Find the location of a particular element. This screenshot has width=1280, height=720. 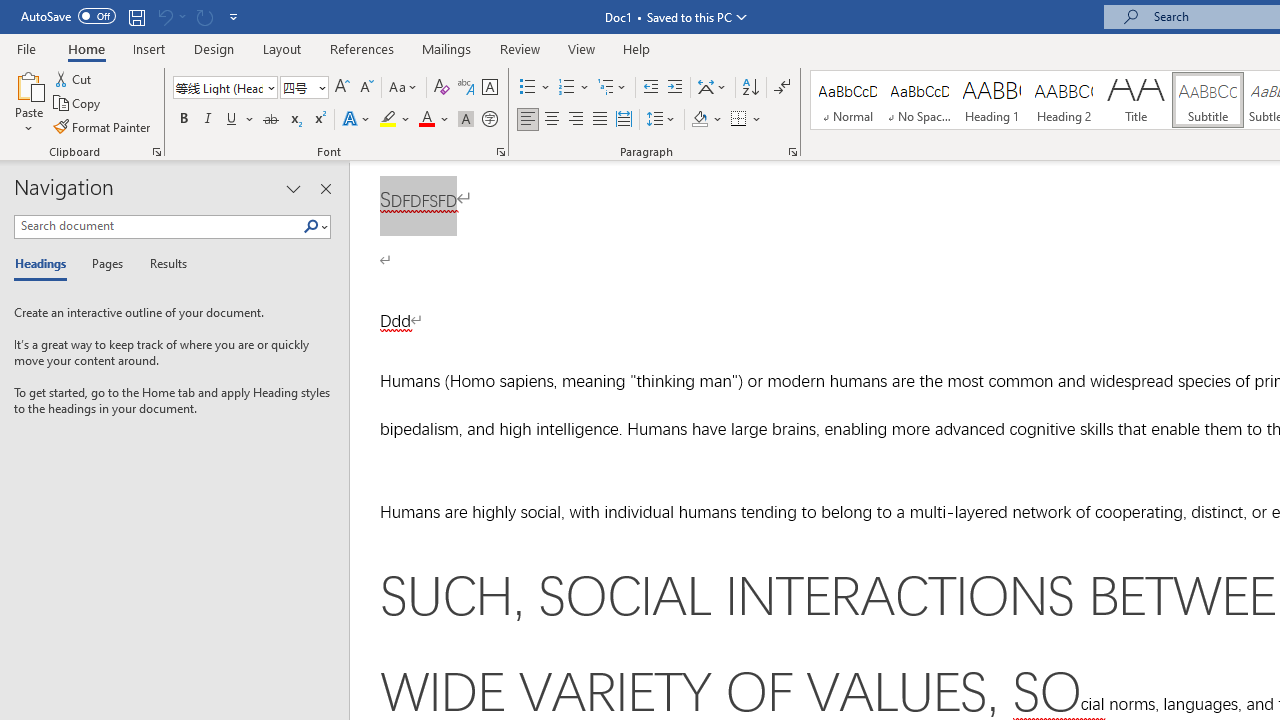

'References' is located at coordinates (362, 48).